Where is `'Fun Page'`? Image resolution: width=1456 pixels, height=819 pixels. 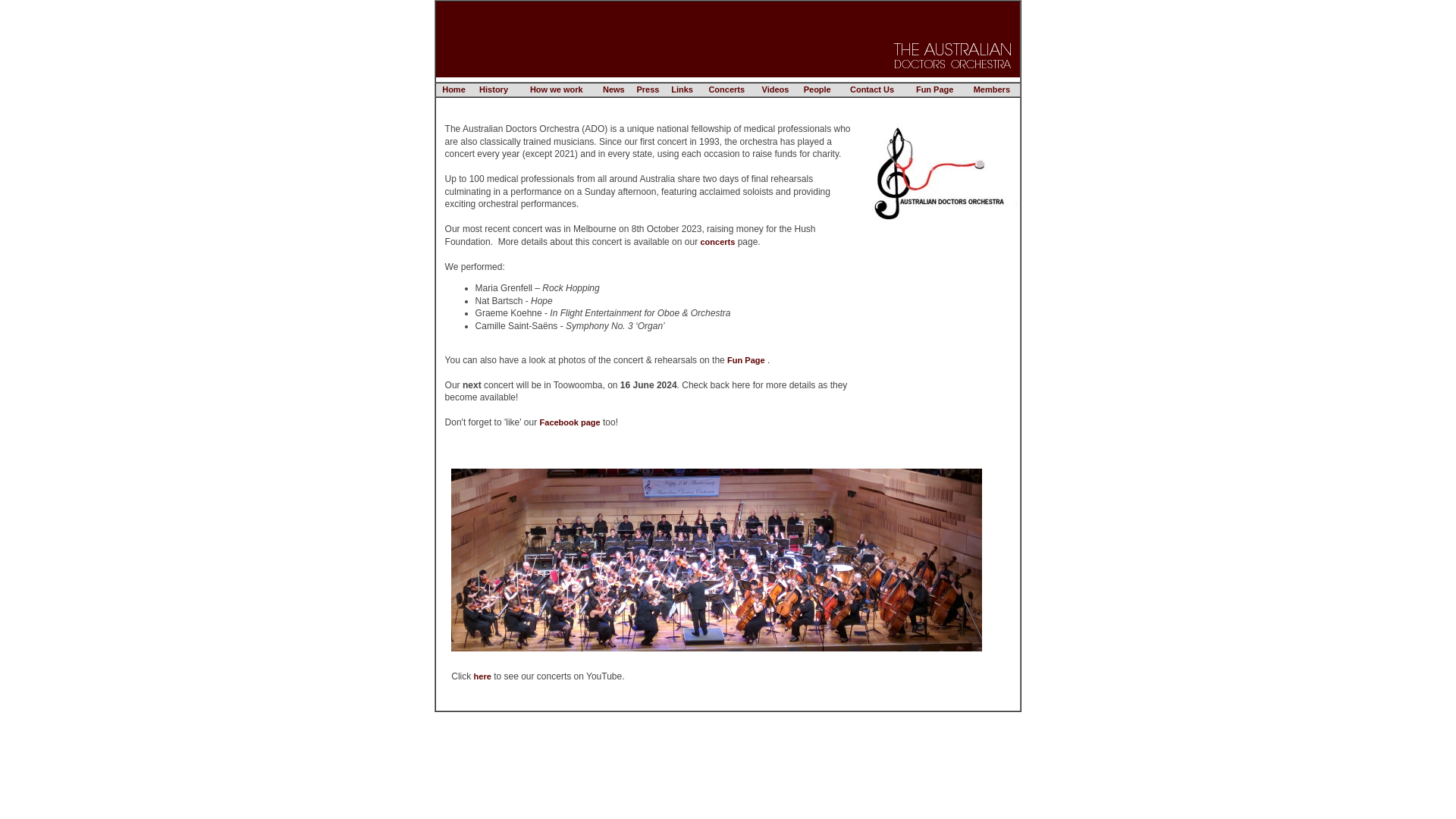 'Fun Page' is located at coordinates (934, 89).